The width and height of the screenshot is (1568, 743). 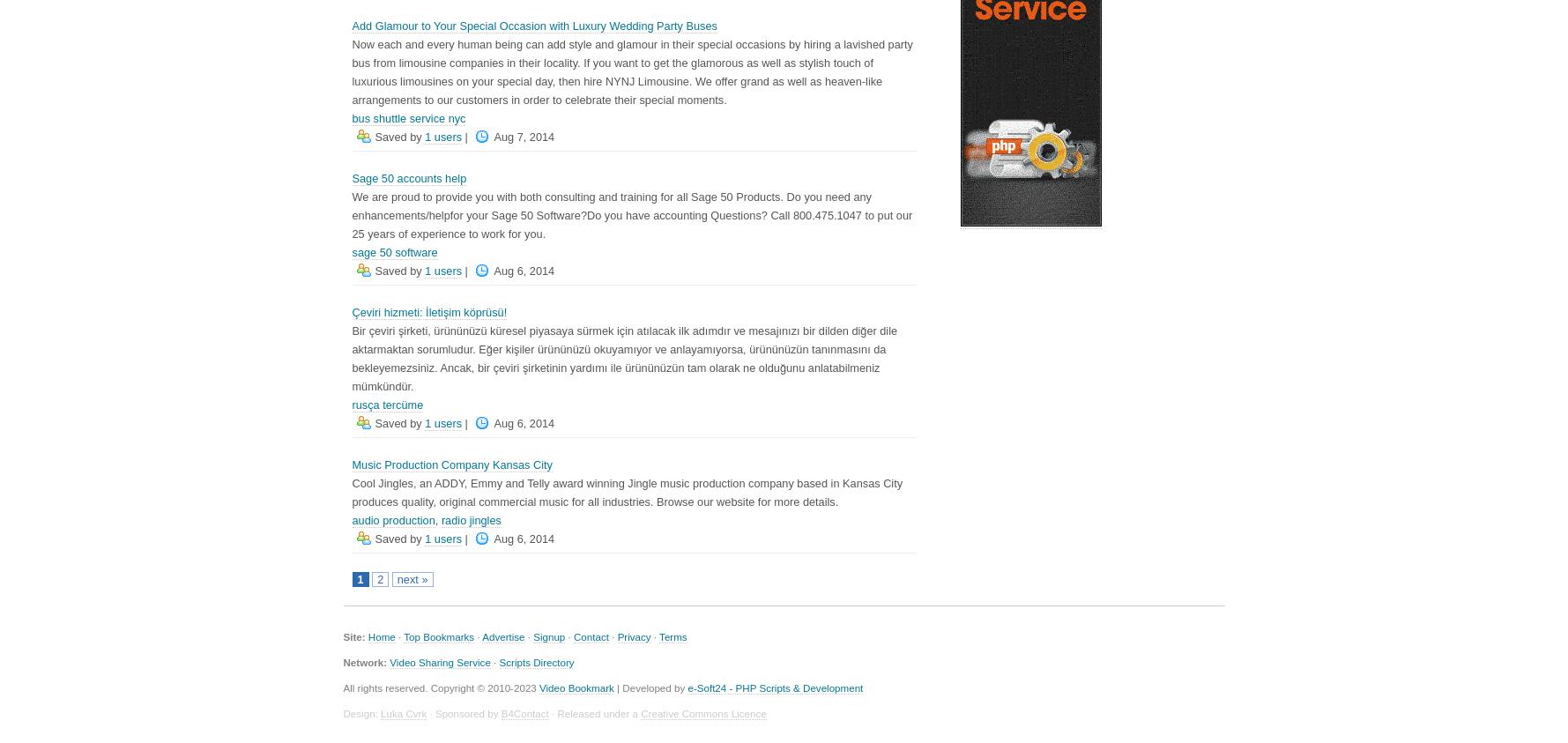 What do you see at coordinates (641, 713) in the screenshot?
I see `'Creative Commons Licence'` at bounding box center [641, 713].